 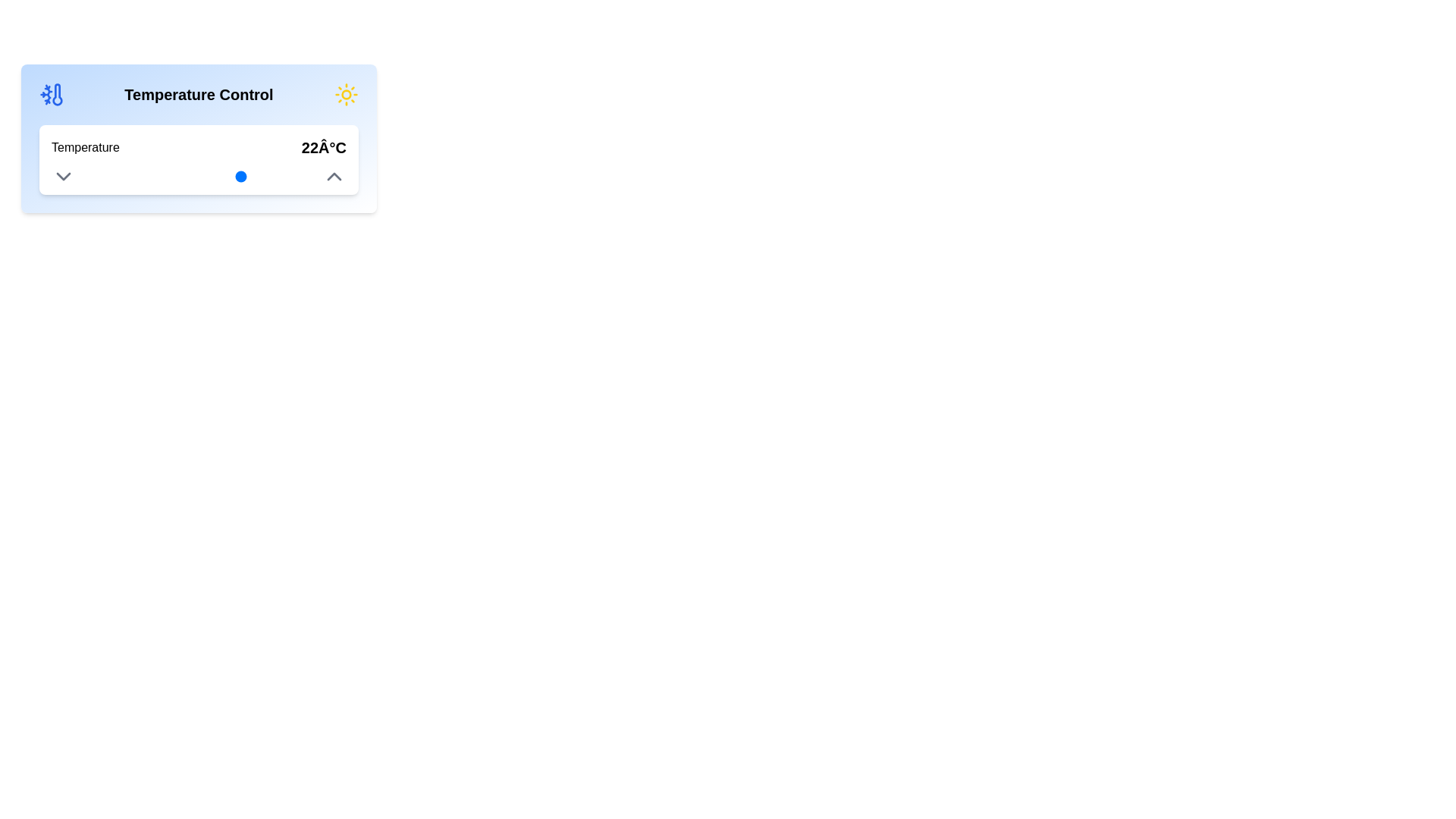 I want to click on the downward-pointing chevron icon (dropdown indicator) located within the 'Temperature Control' interface, so click(x=62, y=175).